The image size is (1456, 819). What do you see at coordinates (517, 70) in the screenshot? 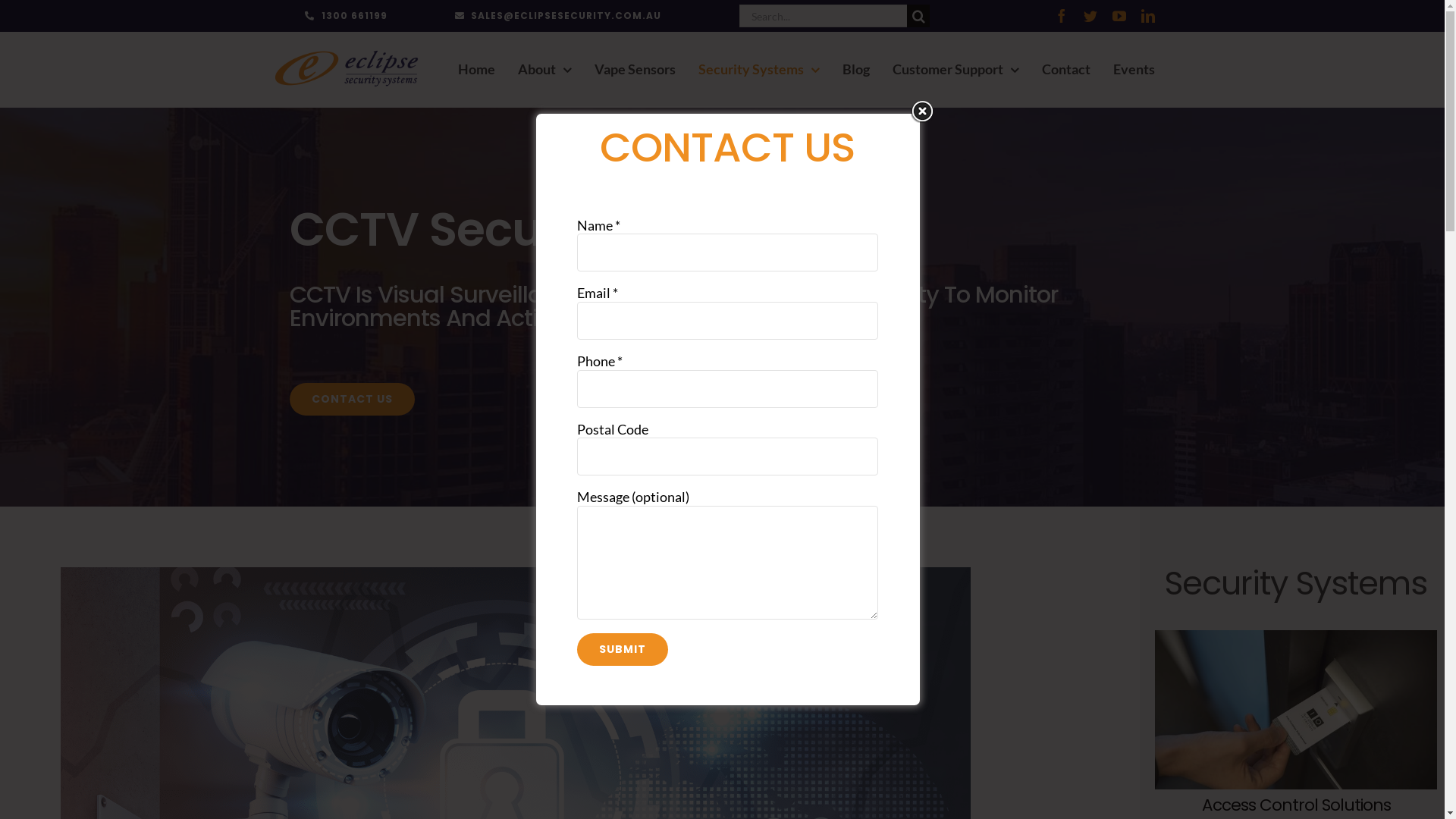
I see `'About'` at bounding box center [517, 70].